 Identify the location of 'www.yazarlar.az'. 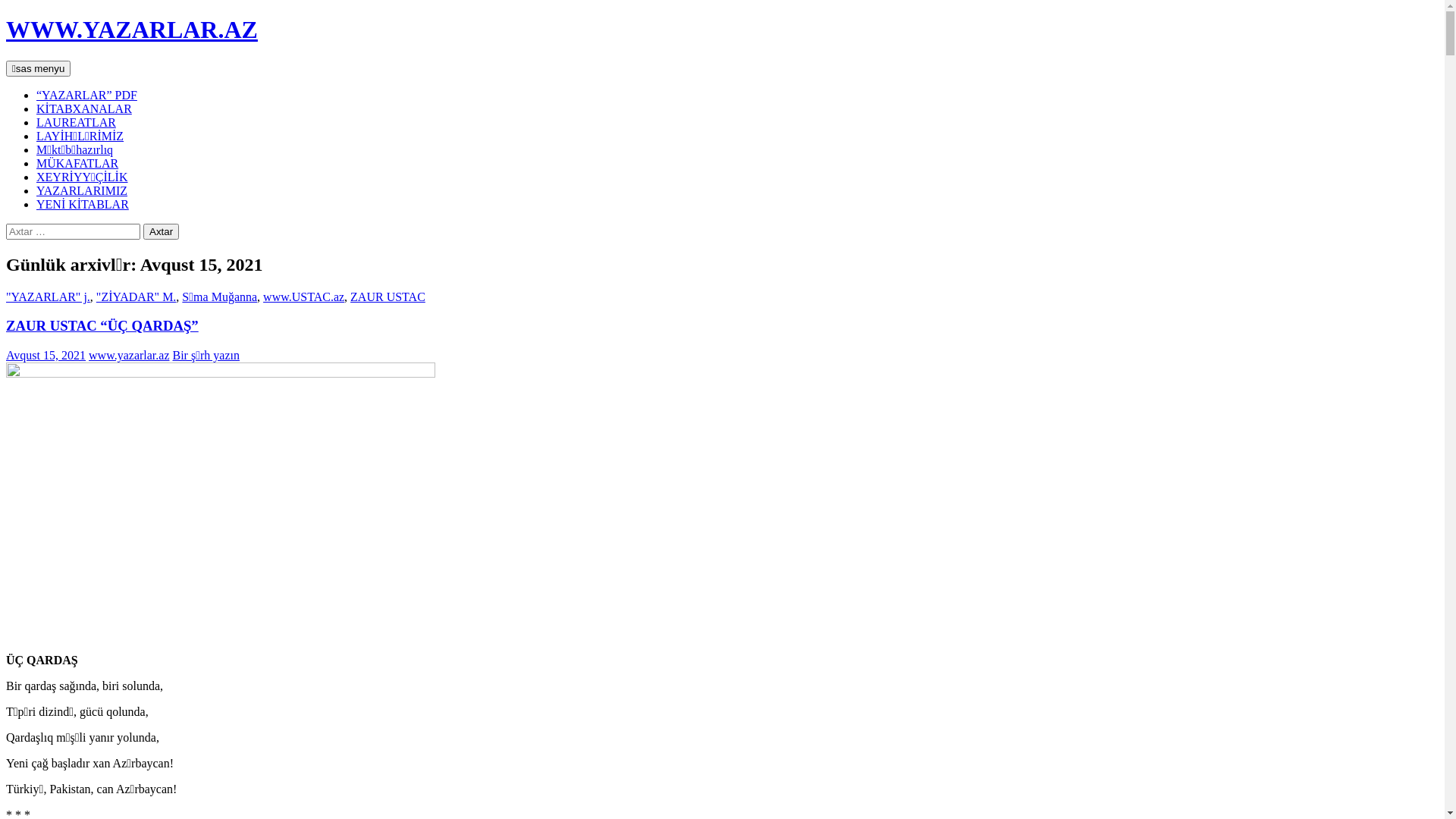
(128, 355).